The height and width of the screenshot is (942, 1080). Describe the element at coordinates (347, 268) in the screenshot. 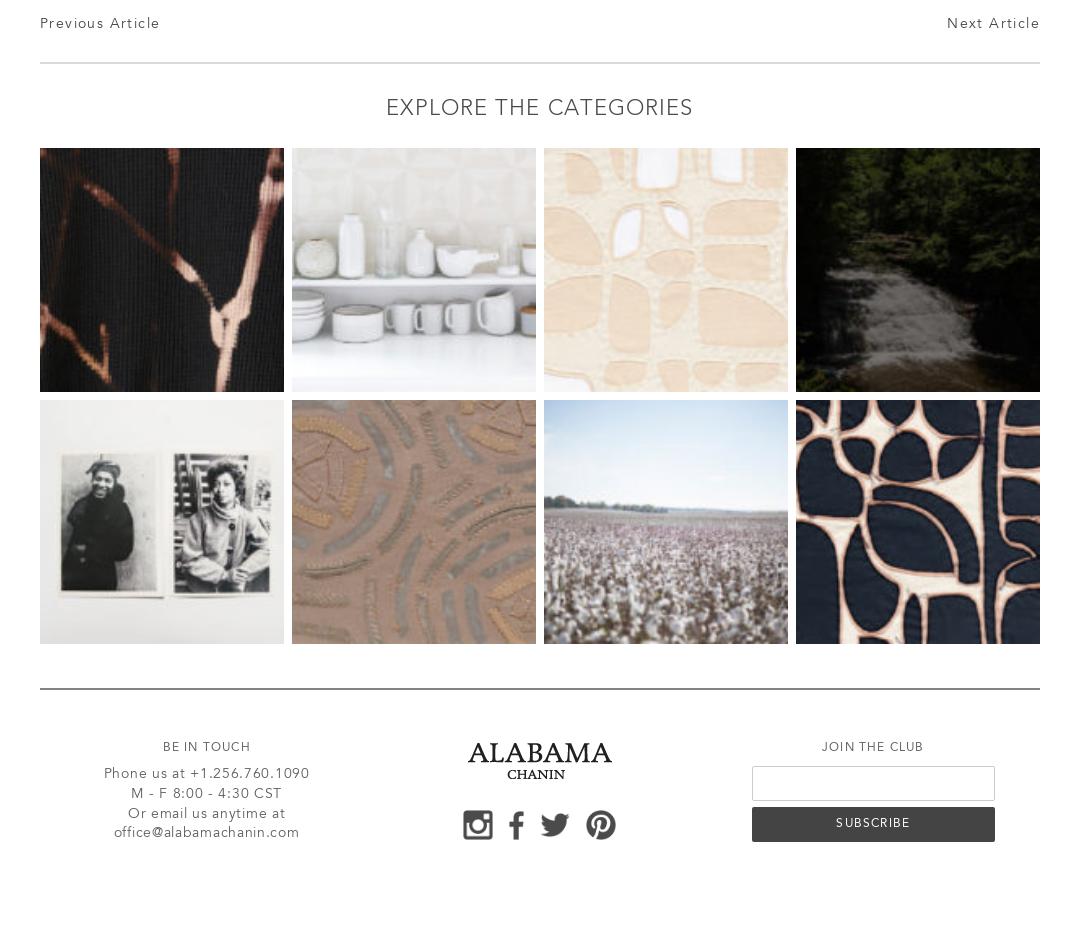

I see `'IN THE KITCHEN'` at that location.